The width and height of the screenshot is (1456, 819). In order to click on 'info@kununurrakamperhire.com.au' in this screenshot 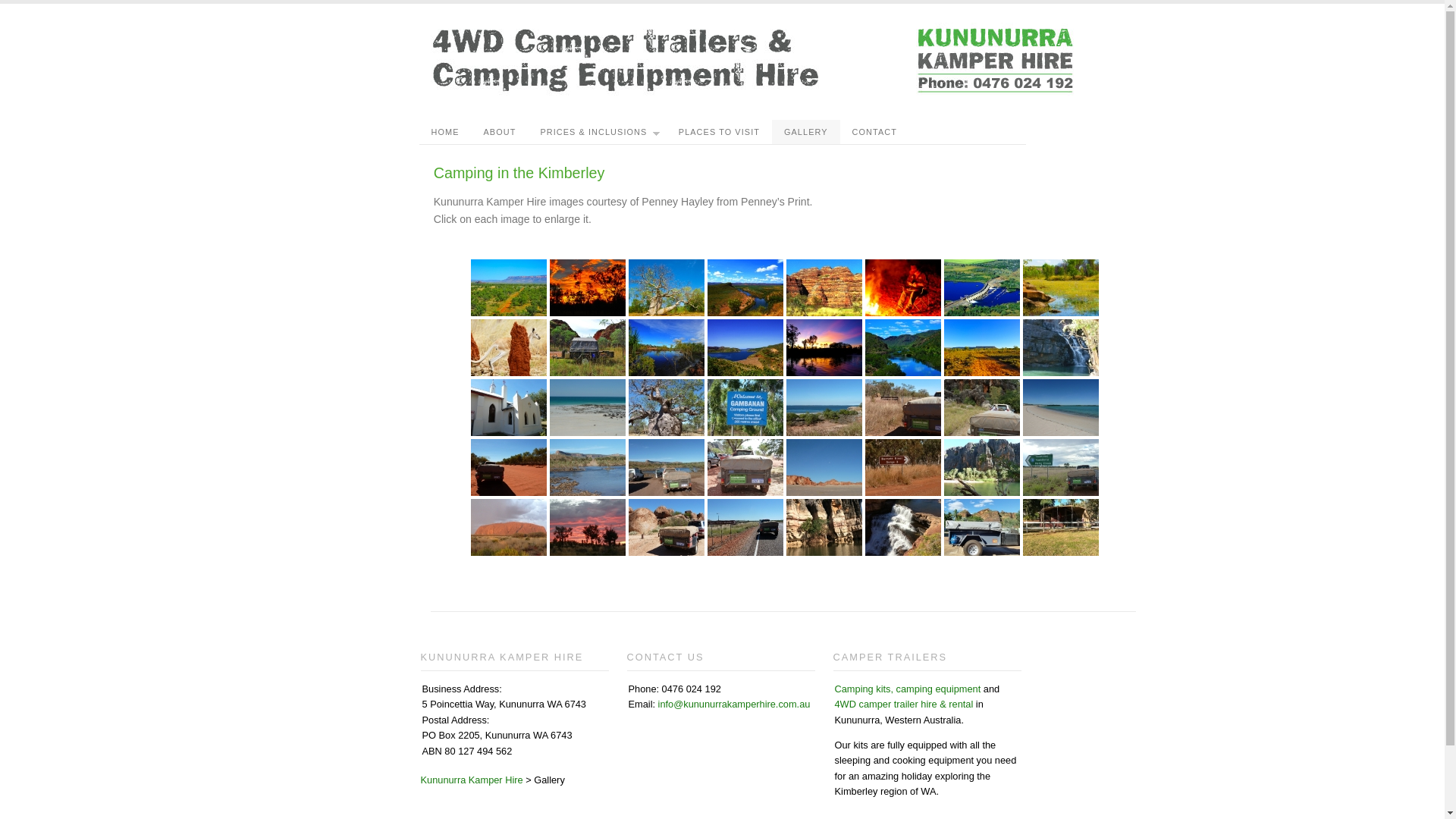, I will do `click(734, 704)`.